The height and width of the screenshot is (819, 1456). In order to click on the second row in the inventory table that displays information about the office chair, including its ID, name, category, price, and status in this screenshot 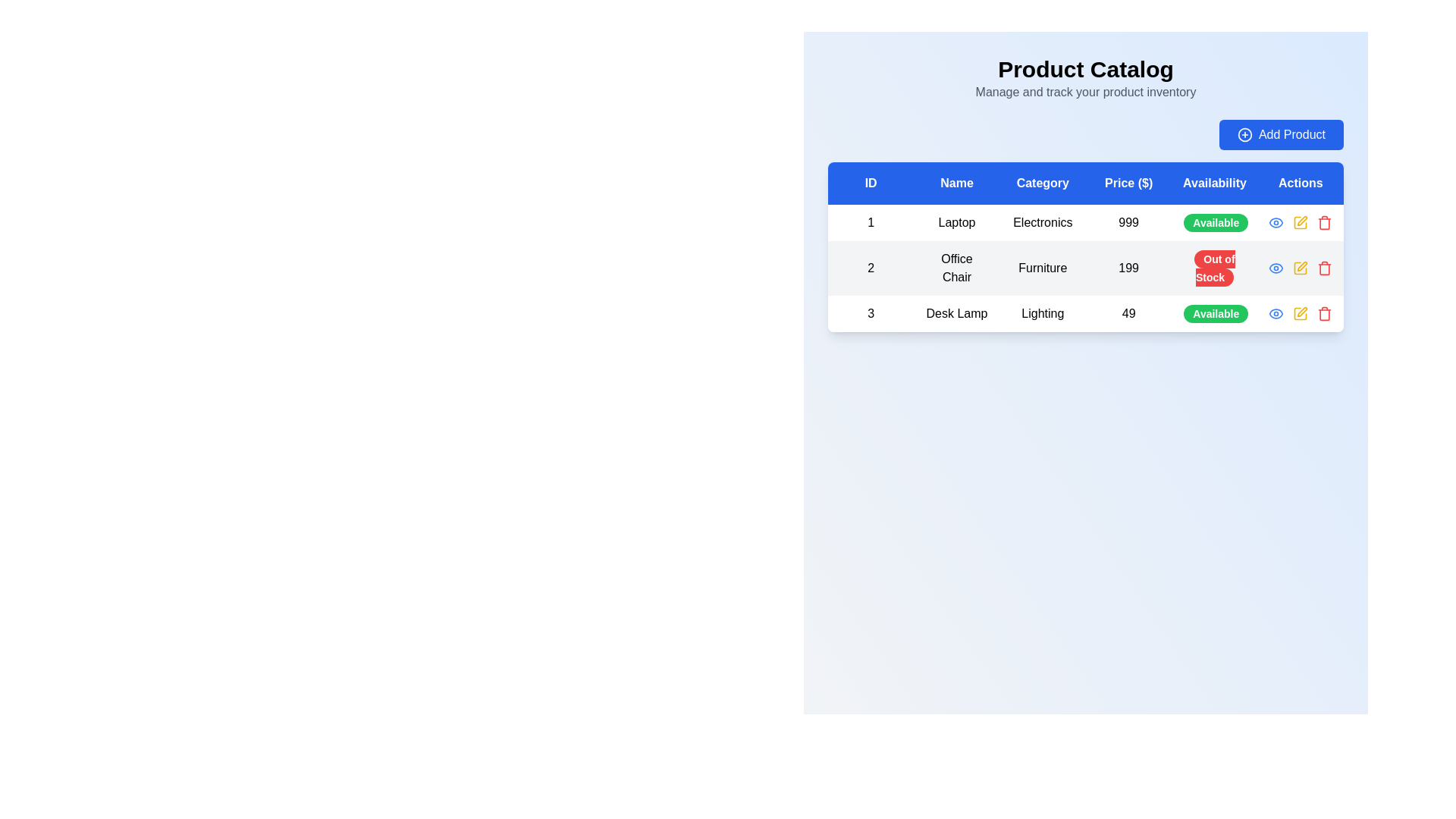, I will do `click(1084, 268)`.